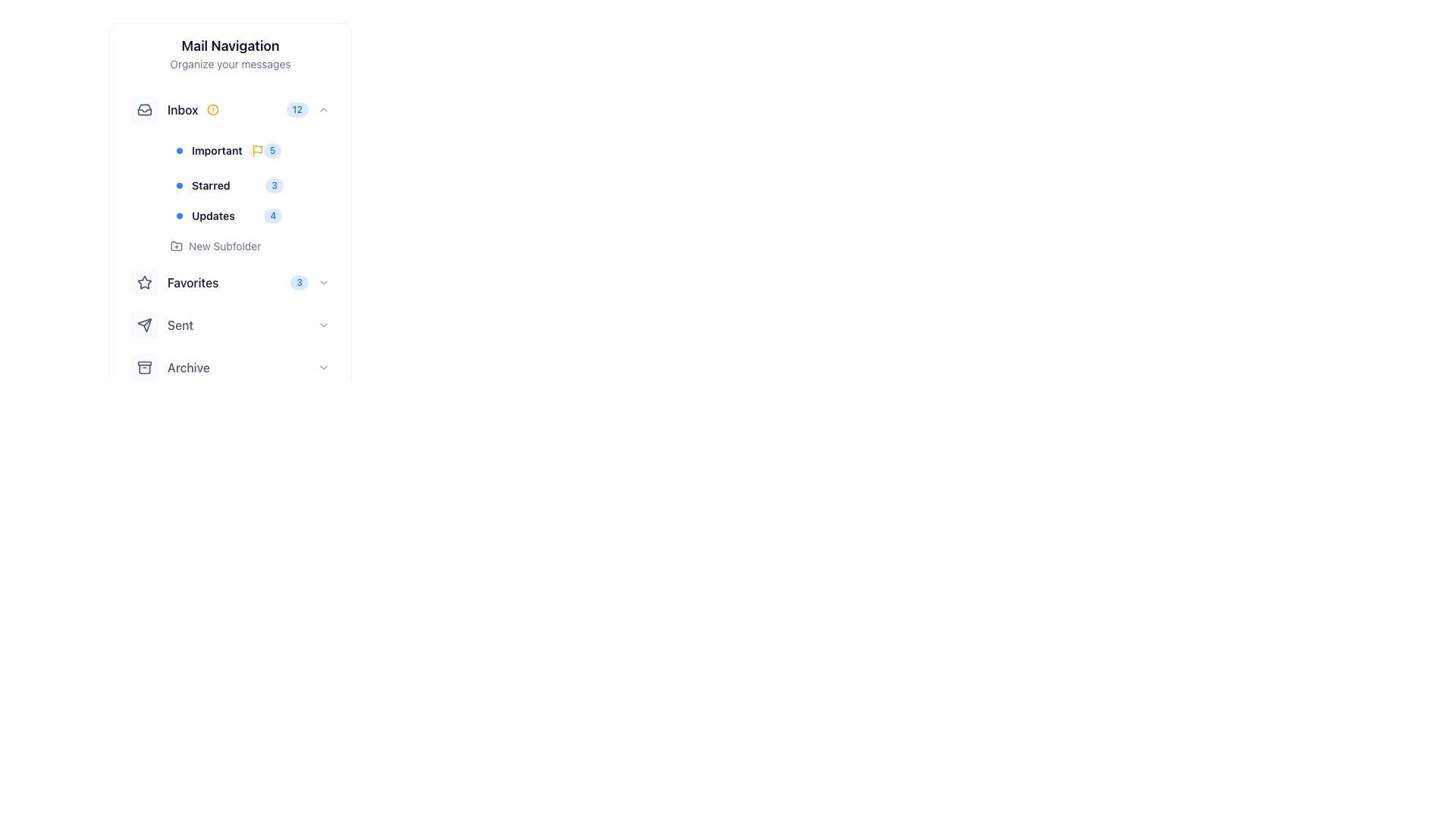 This screenshot has width=1456, height=819. Describe the element at coordinates (229, 109) in the screenshot. I see `the 'Inbox' button located at the top of the 'Mail Navigation' vertical list` at that location.